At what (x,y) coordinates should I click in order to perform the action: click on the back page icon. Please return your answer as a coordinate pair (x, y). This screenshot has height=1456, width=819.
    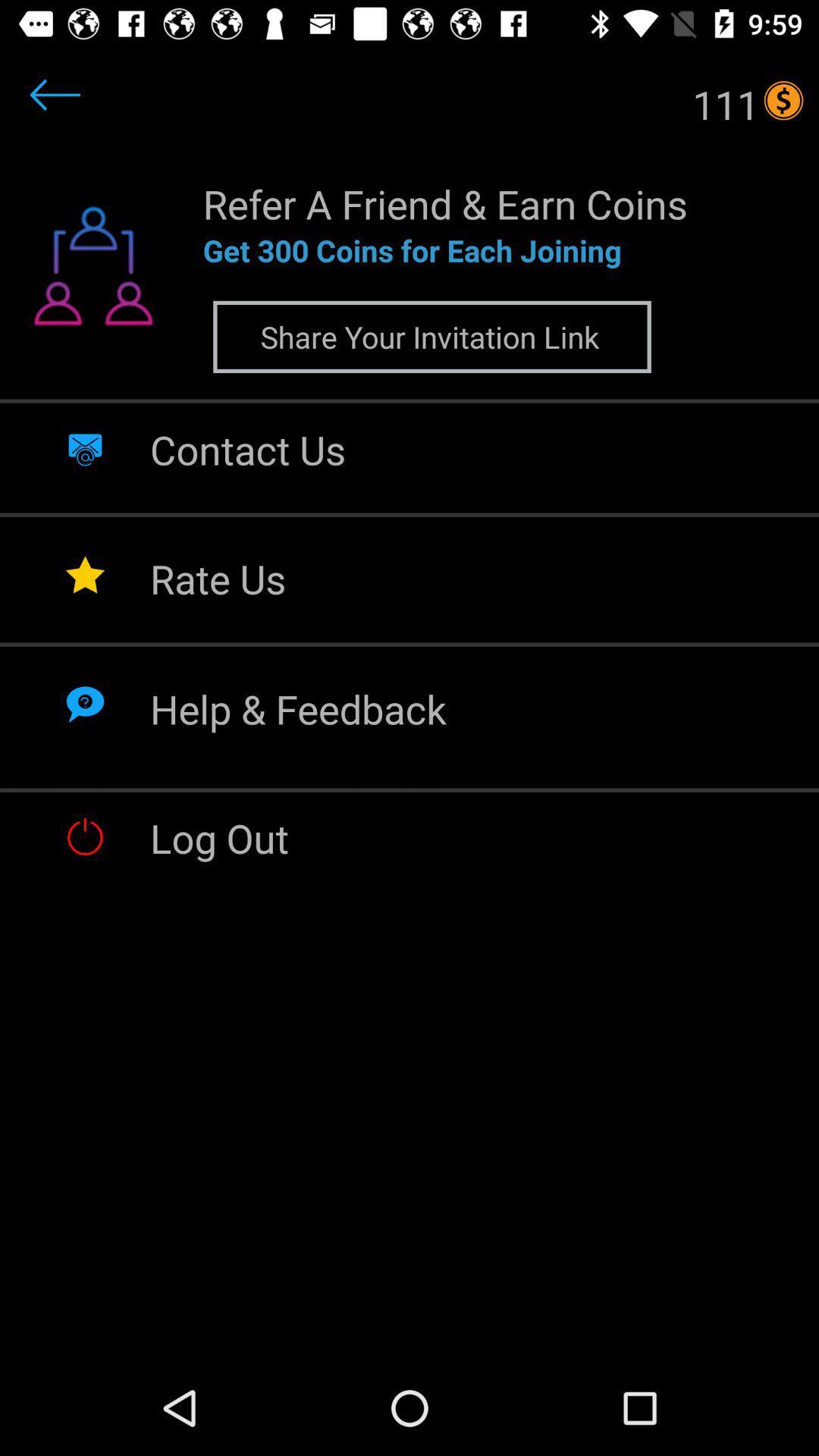
    Looking at the image, I should click on (85, 114).